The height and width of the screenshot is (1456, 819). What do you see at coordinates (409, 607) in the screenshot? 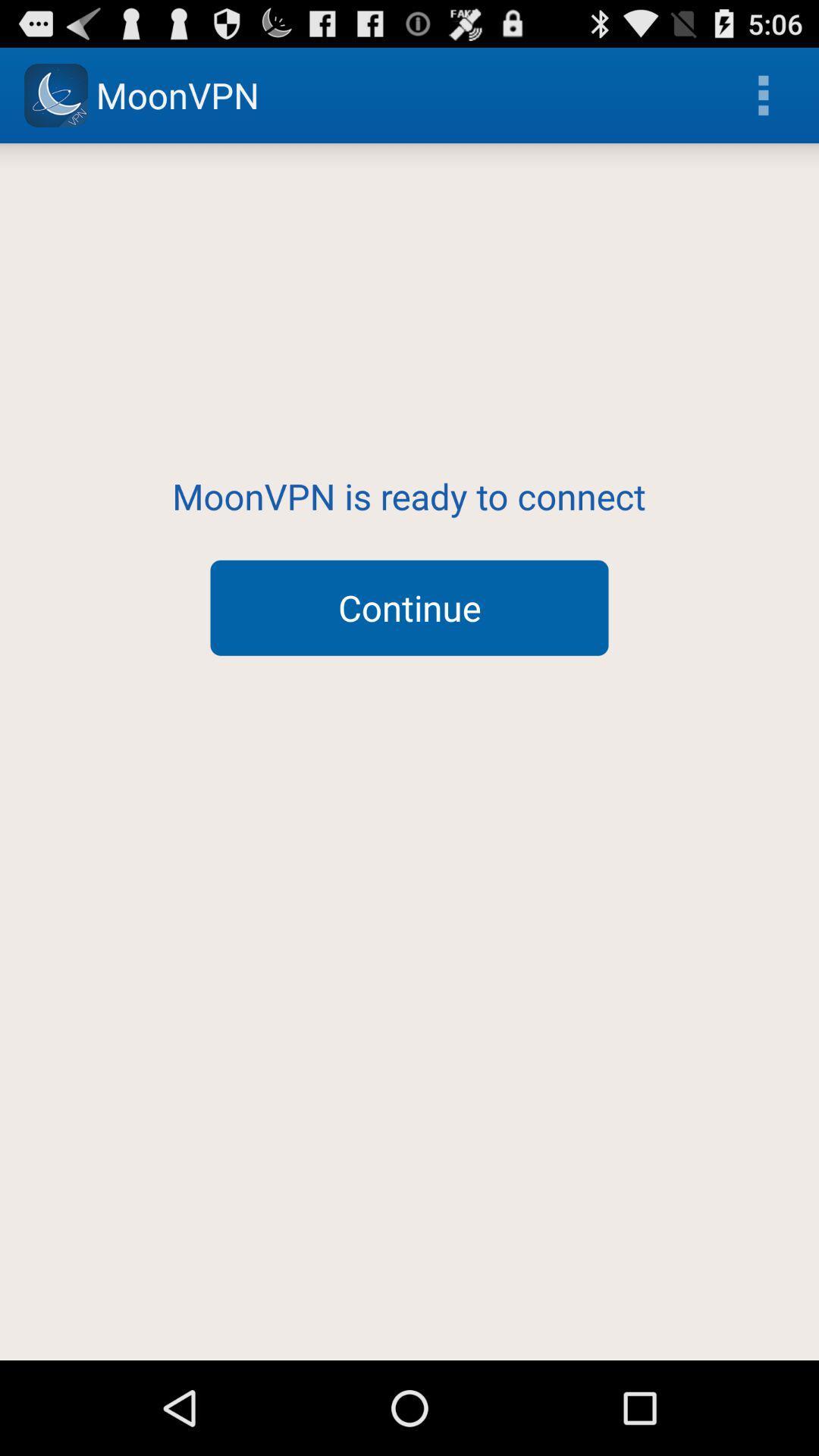
I see `the continue button` at bounding box center [409, 607].